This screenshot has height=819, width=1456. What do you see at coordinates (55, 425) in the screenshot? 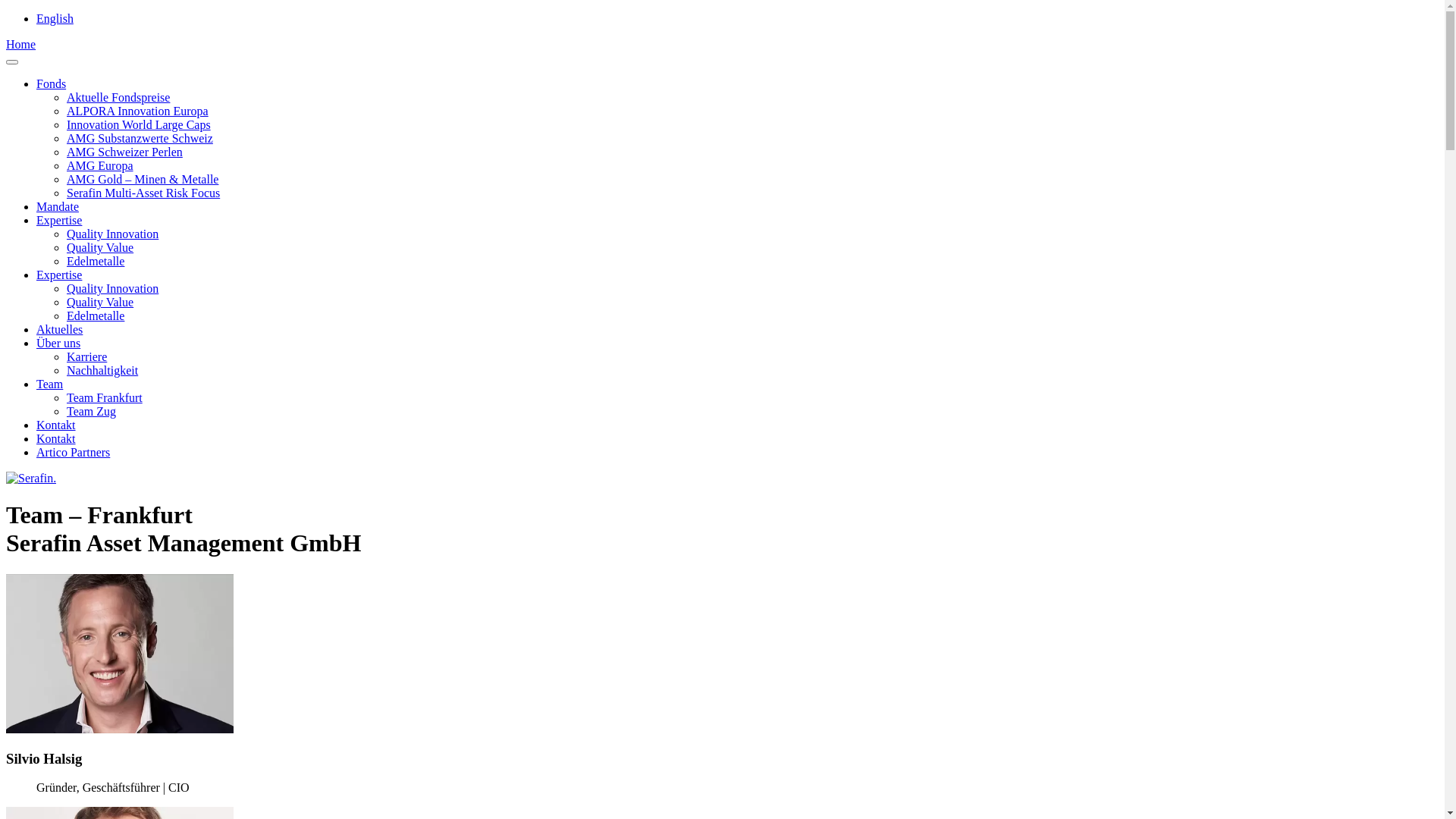
I see `'Kontakt'` at bounding box center [55, 425].